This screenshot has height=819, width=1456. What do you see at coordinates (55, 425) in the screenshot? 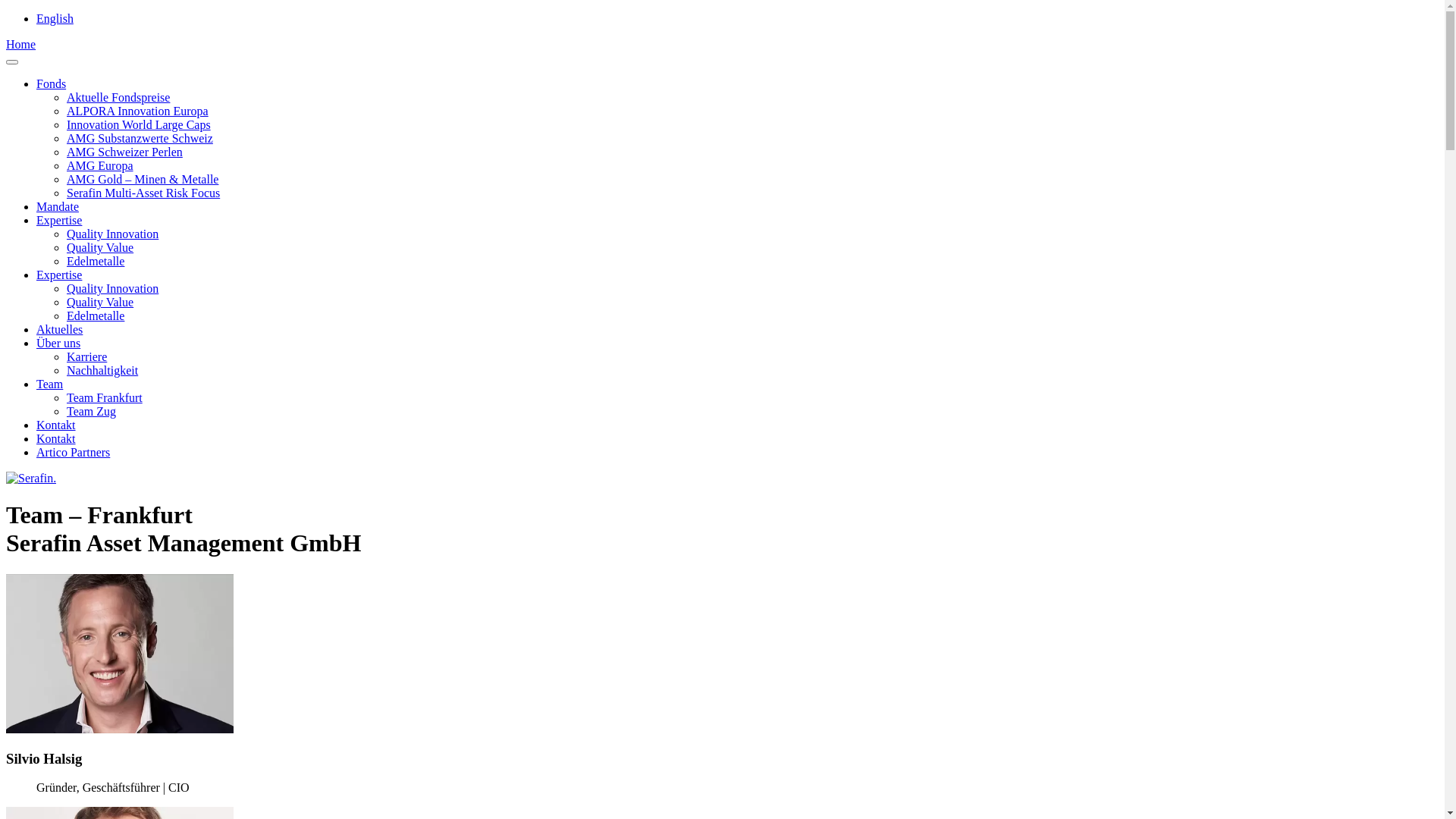
I see `'Kontakt'` at bounding box center [55, 425].